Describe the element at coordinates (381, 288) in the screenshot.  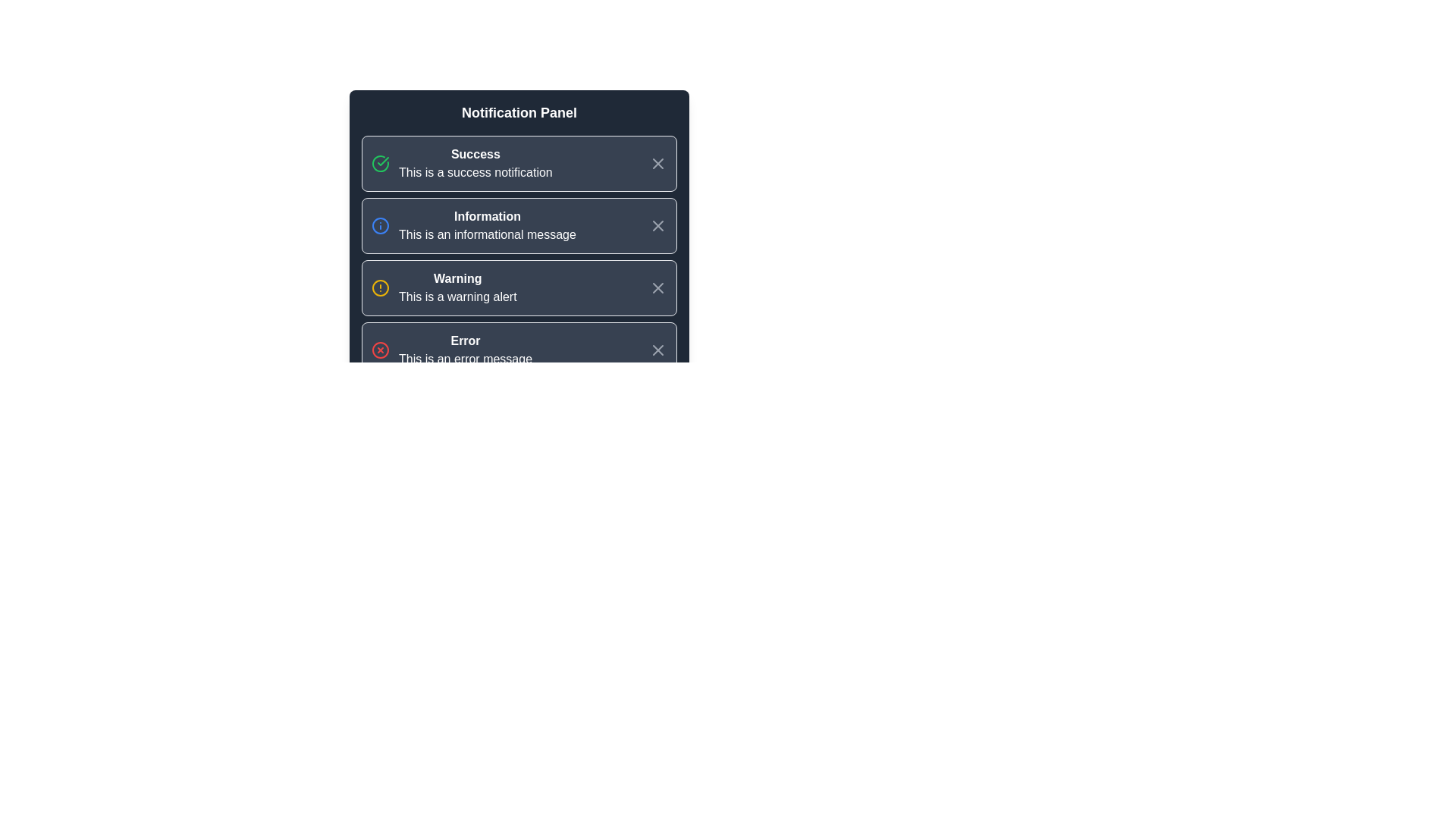
I see `the yellow circular warning icon with an exclamation mark, which is located in the notification panel to the left of the warning message text` at that location.